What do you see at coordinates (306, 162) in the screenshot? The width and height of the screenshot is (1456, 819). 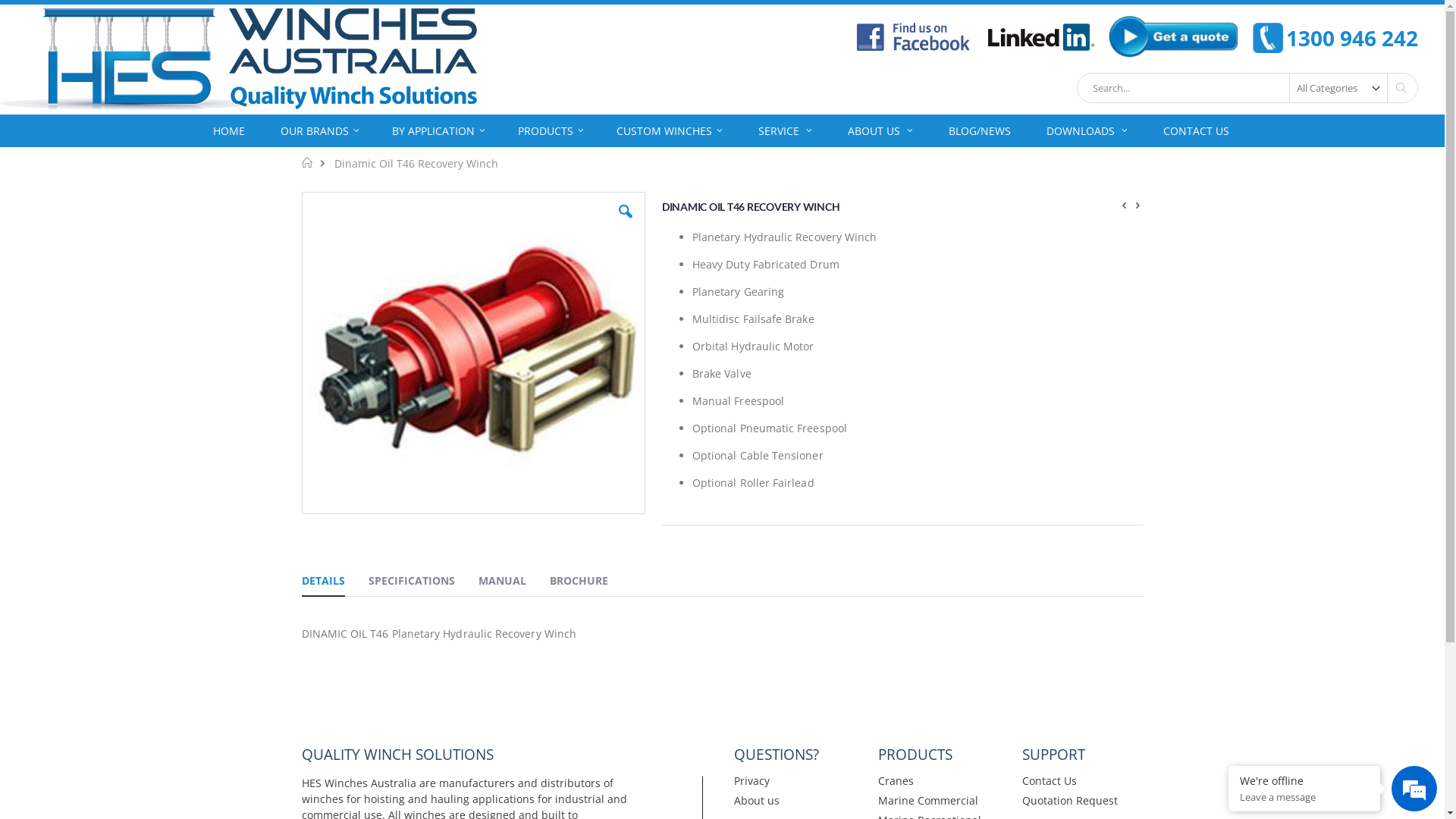 I see `'Home'` at bounding box center [306, 162].